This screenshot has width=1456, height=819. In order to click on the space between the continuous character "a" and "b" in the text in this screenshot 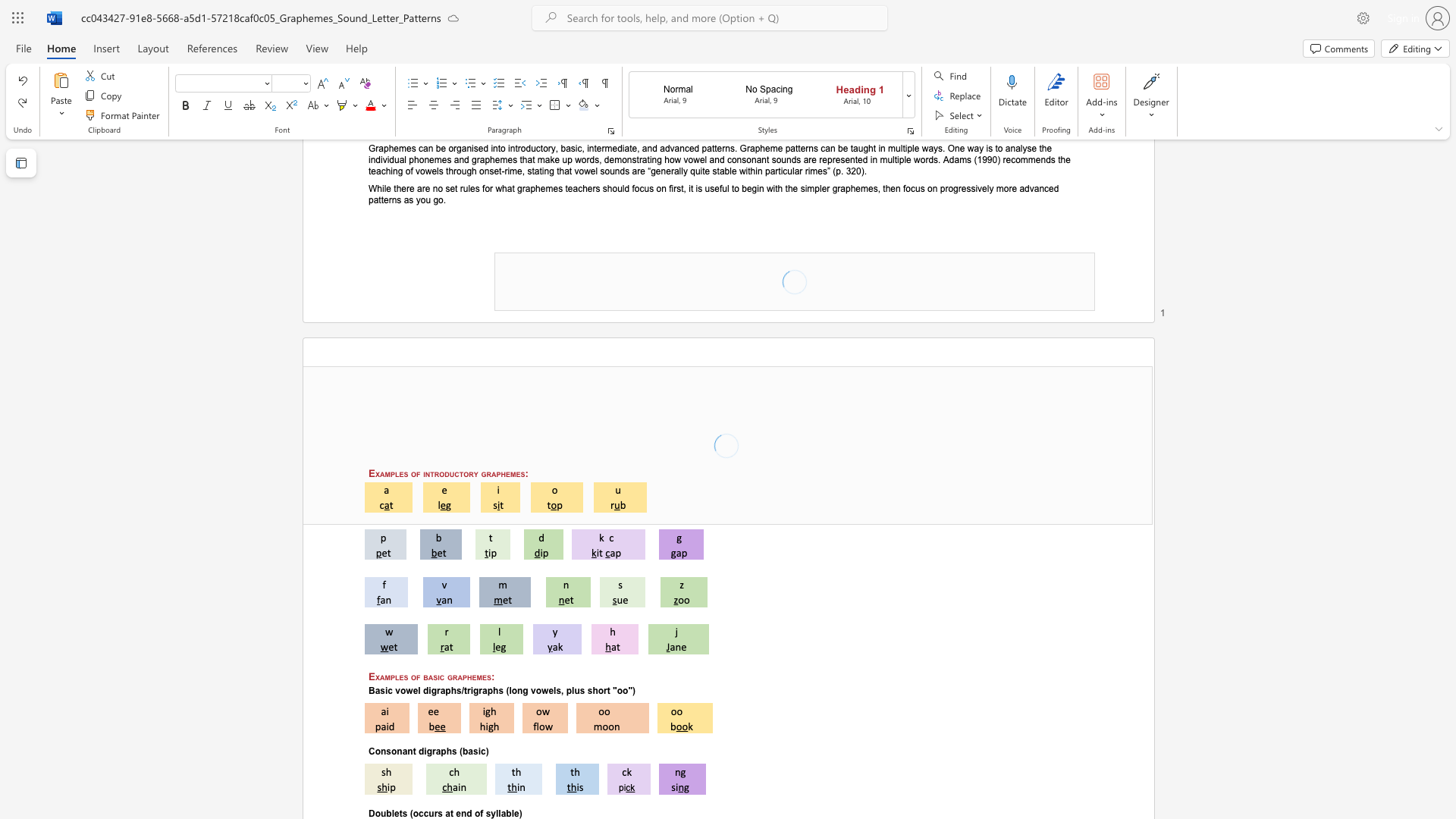, I will do `click(506, 812)`.